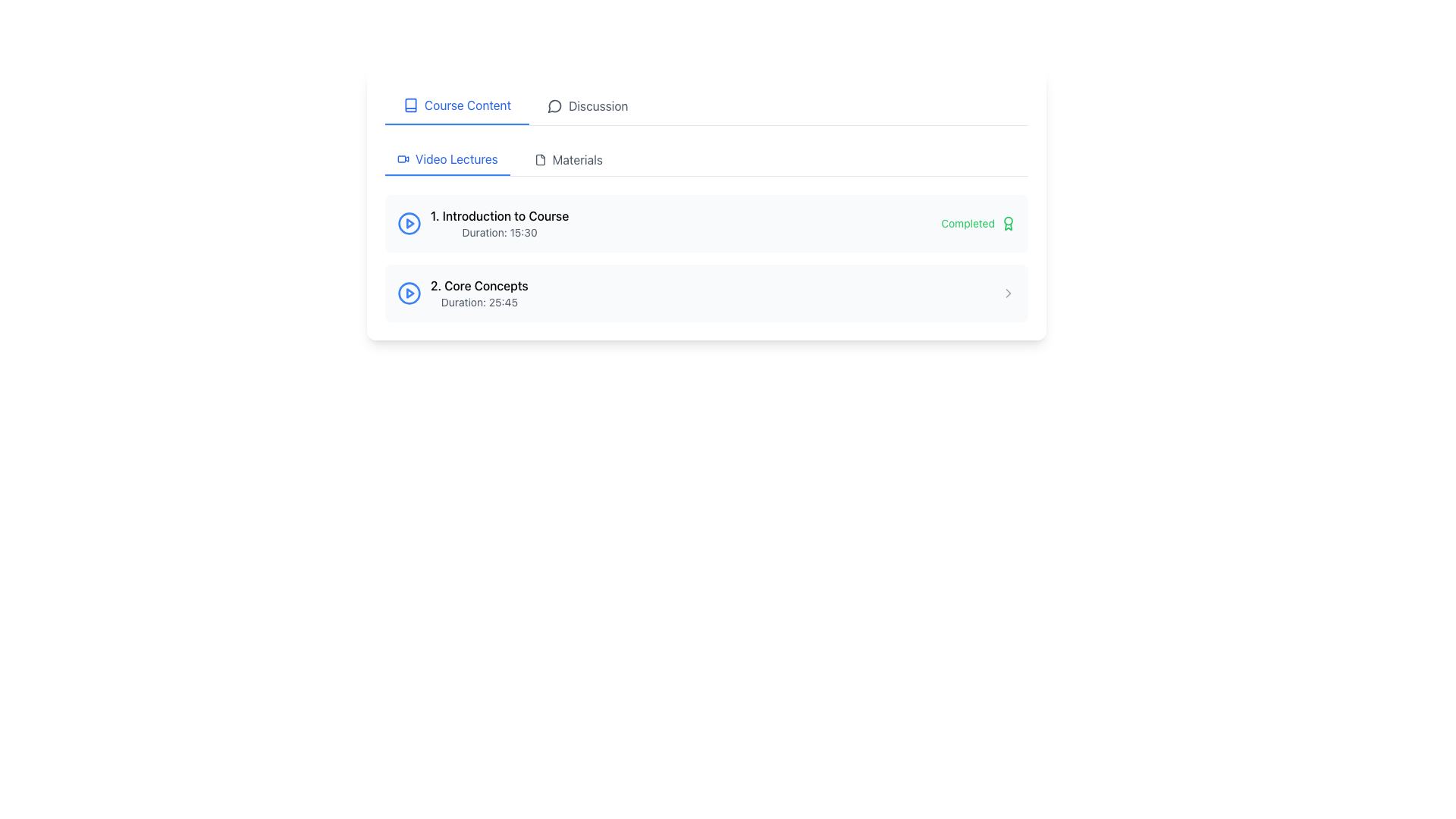 The height and width of the screenshot is (819, 1456). What do you see at coordinates (409, 293) in the screenshot?
I see `the blue circular SVG graphic icon located to the left of the '2. Core Concepts' video entry in the vertical list of video lectures` at bounding box center [409, 293].